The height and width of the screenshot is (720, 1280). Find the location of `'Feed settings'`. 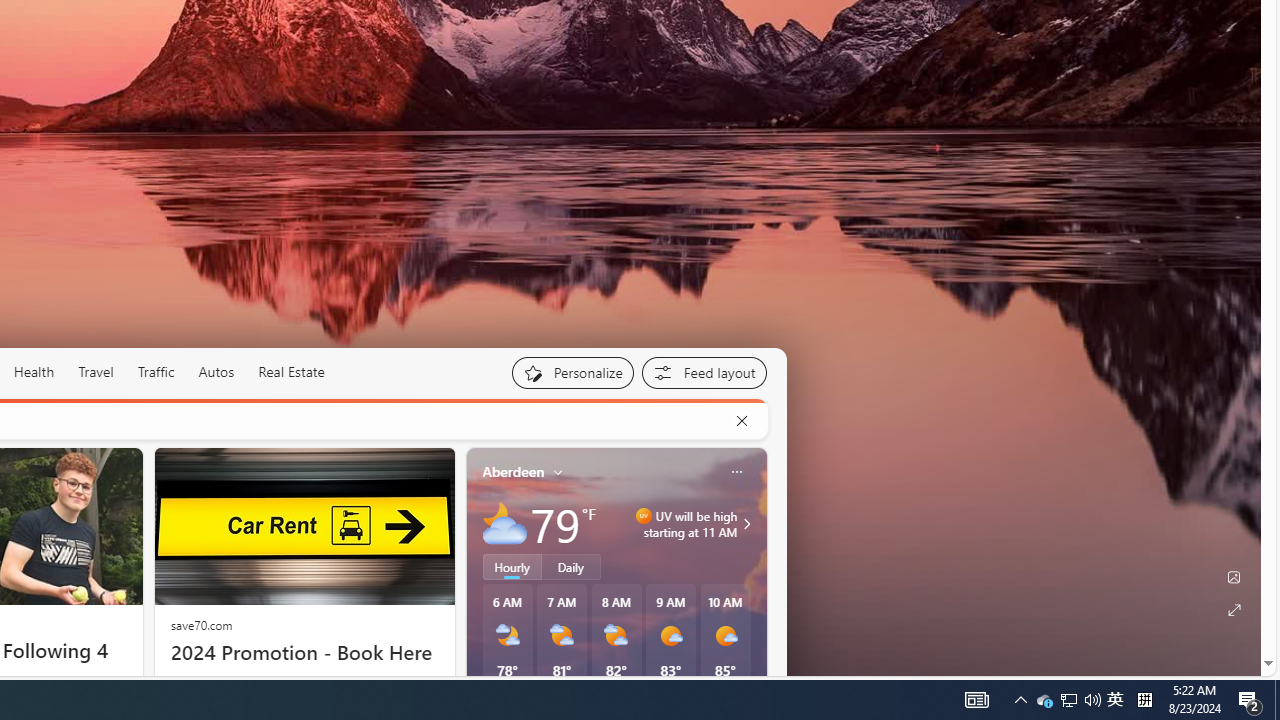

'Feed settings' is located at coordinates (704, 372).